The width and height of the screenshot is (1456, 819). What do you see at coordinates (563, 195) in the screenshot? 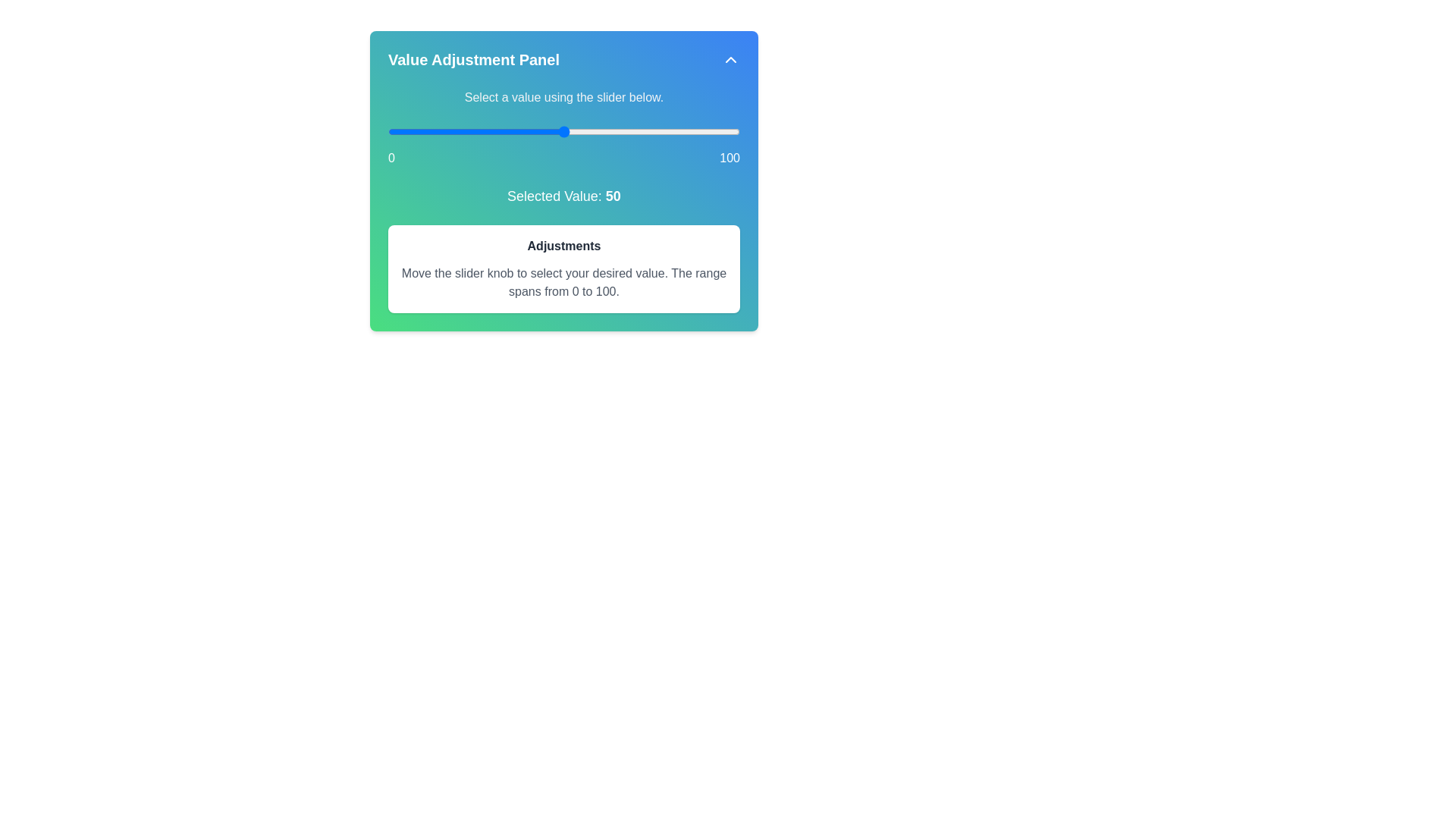
I see `the static text display showing 'Selected Value: 50', which is styled in large, bold white text and positioned in the center of the 'Value Adjustment Panel', below the slider component` at bounding box center [563, 195].